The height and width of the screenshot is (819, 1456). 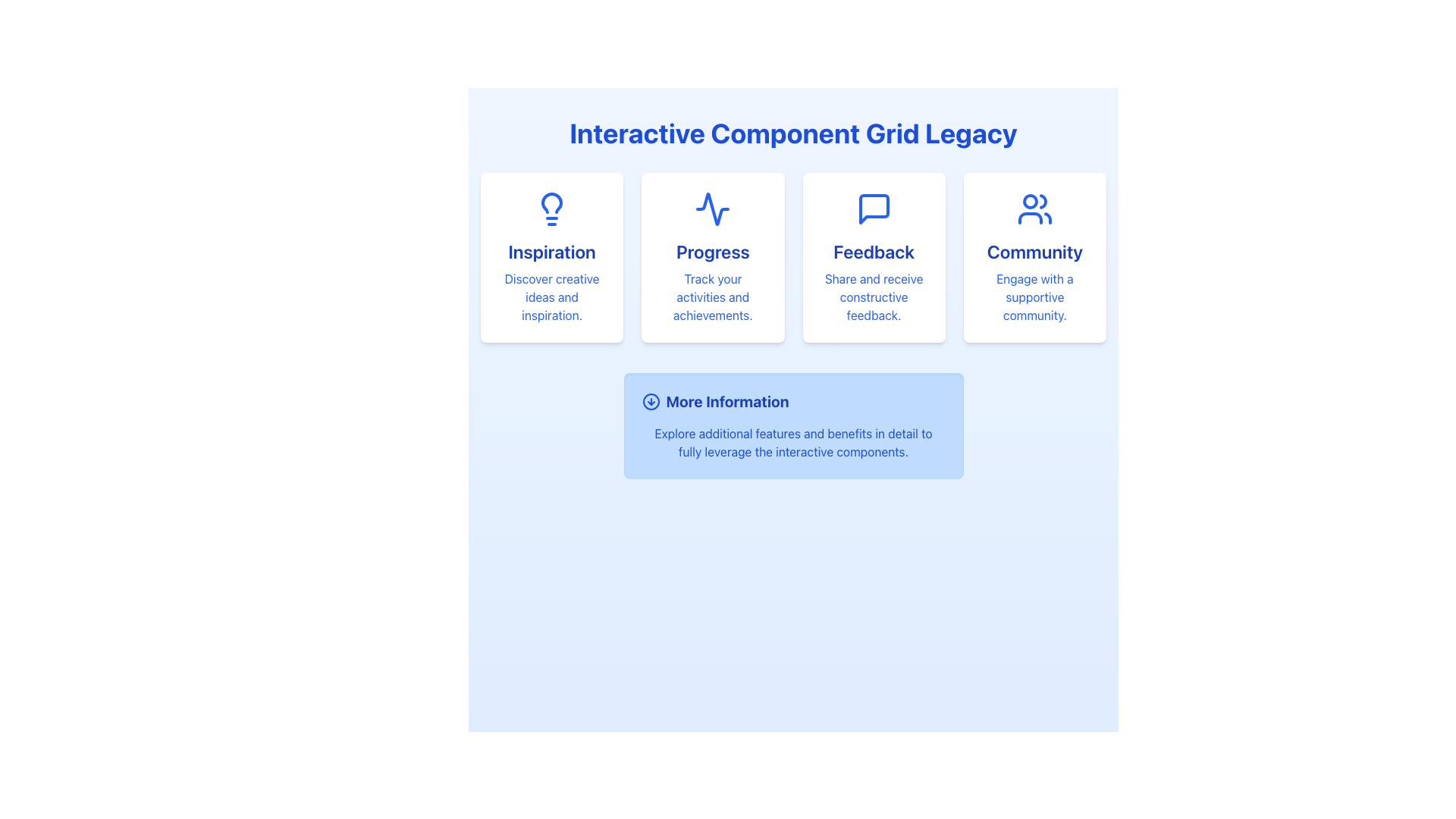 I want to click on the Informational Card element titled 'Community' which features a blue users icon and a description 'Engage with a supportive community.' It is the fourth card in a grid layout, located in the top-right corner after the 'Feedback' card, so click(x=1034, y=256).